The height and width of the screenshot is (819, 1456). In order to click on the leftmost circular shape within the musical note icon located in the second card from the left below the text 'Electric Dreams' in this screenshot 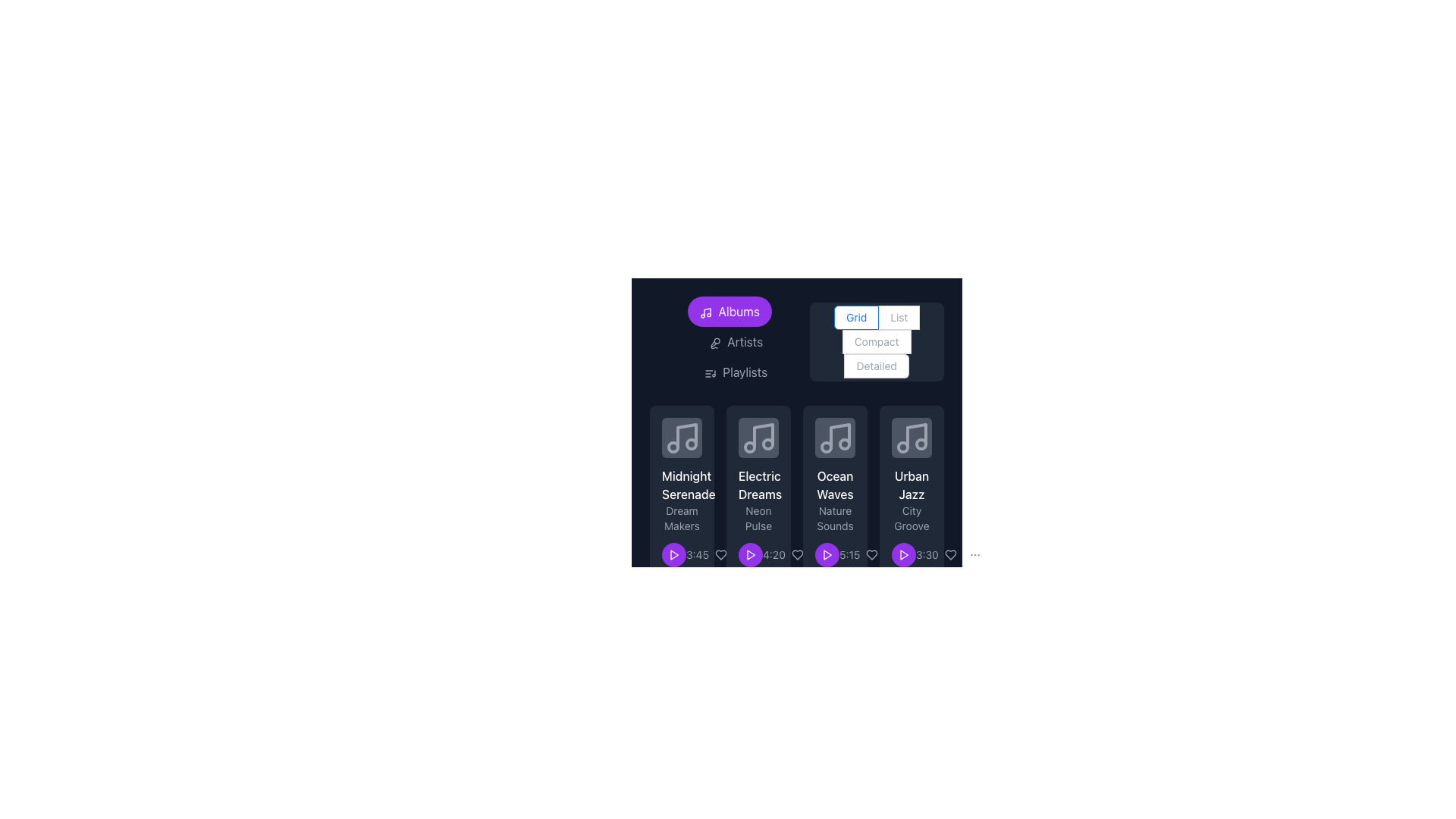, I will do `click(749, 446)`.